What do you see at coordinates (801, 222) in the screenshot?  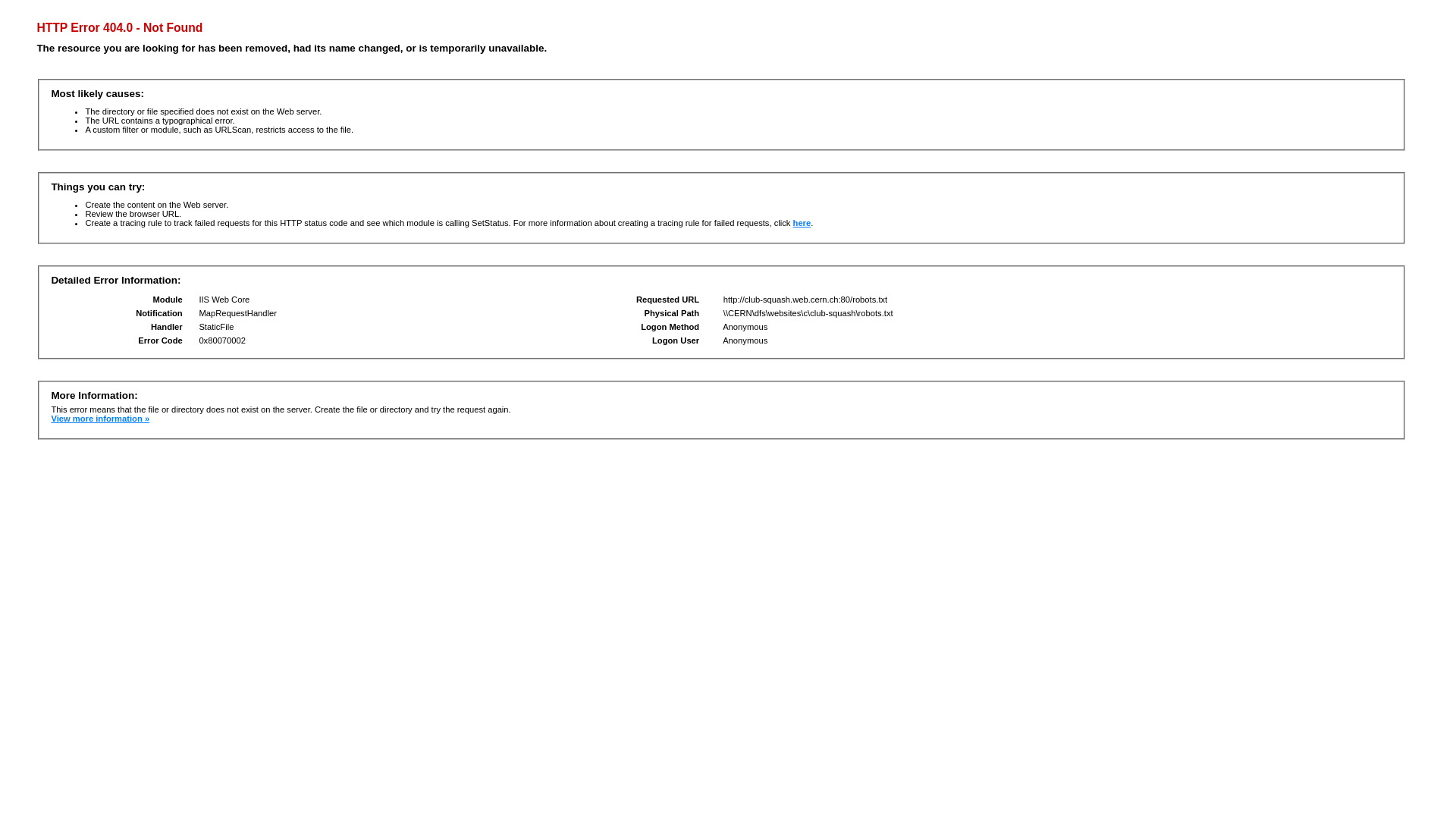 I see `'here'` at bounding box center [801, 222].